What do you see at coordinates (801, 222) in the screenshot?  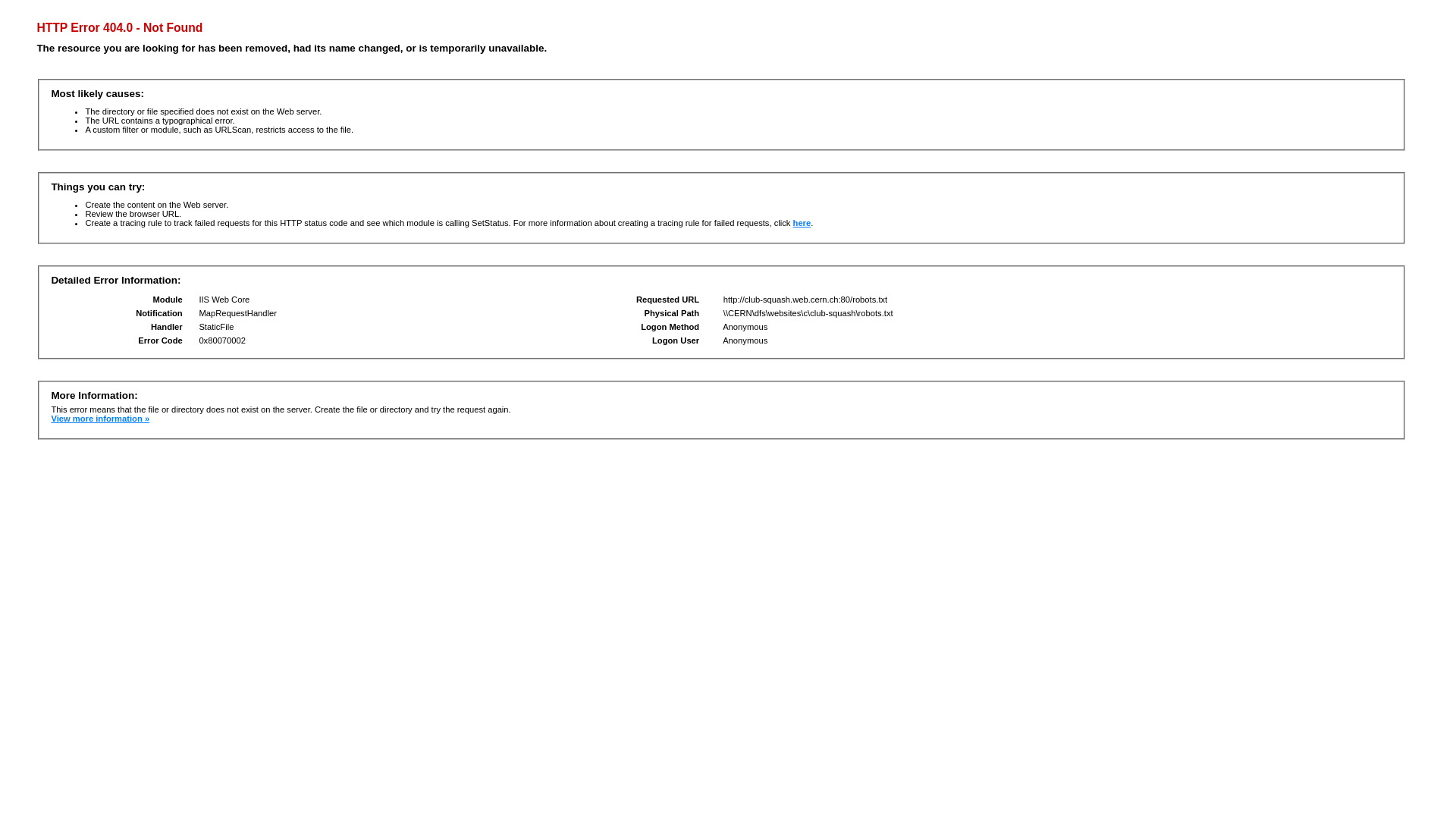 I see `'here'` at bounding box center [801, 222].